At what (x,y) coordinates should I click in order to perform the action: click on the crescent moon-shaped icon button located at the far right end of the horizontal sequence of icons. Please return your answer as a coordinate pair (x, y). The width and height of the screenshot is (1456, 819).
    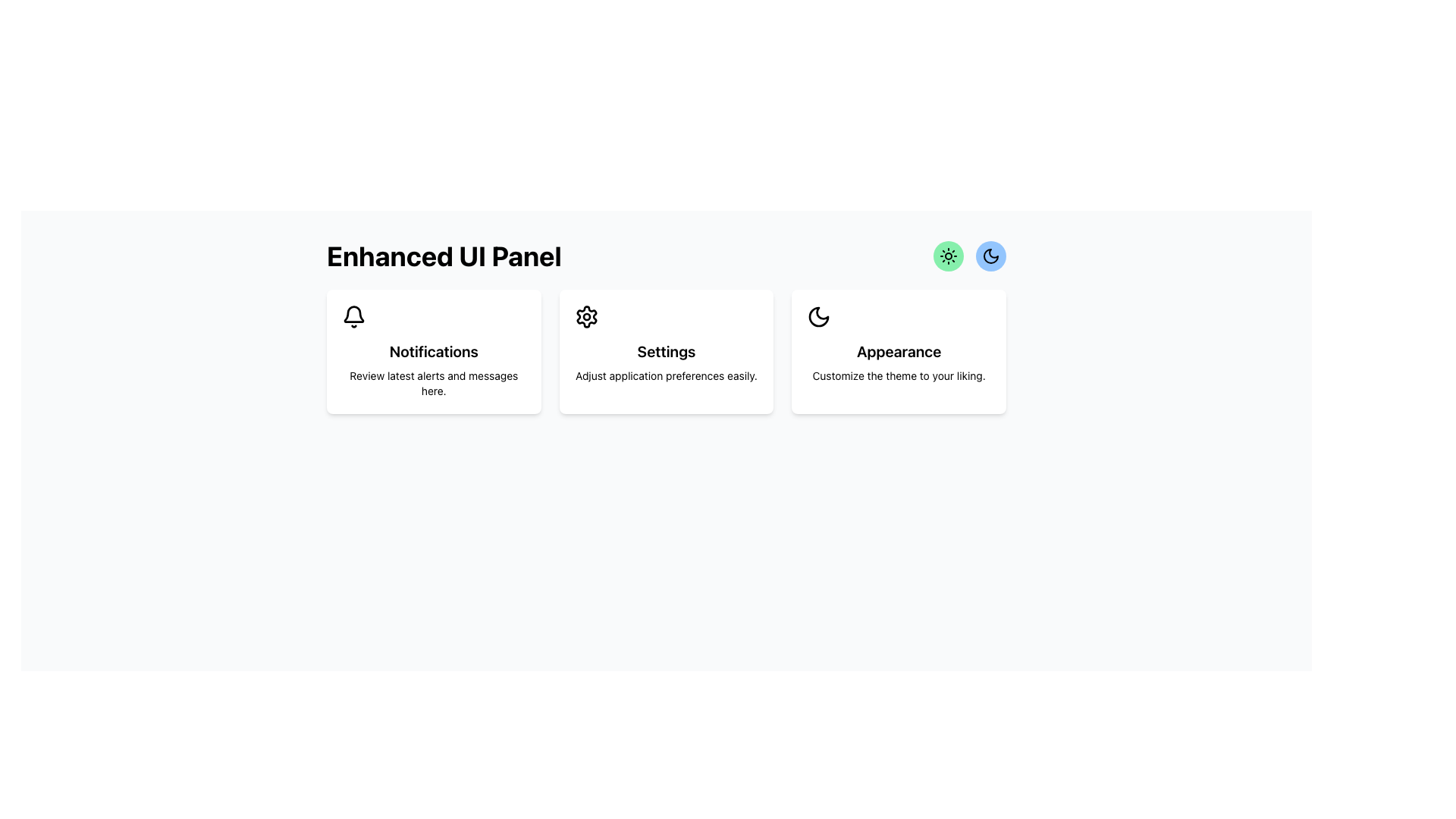
    Looking at the image, I should click on (990, 256).